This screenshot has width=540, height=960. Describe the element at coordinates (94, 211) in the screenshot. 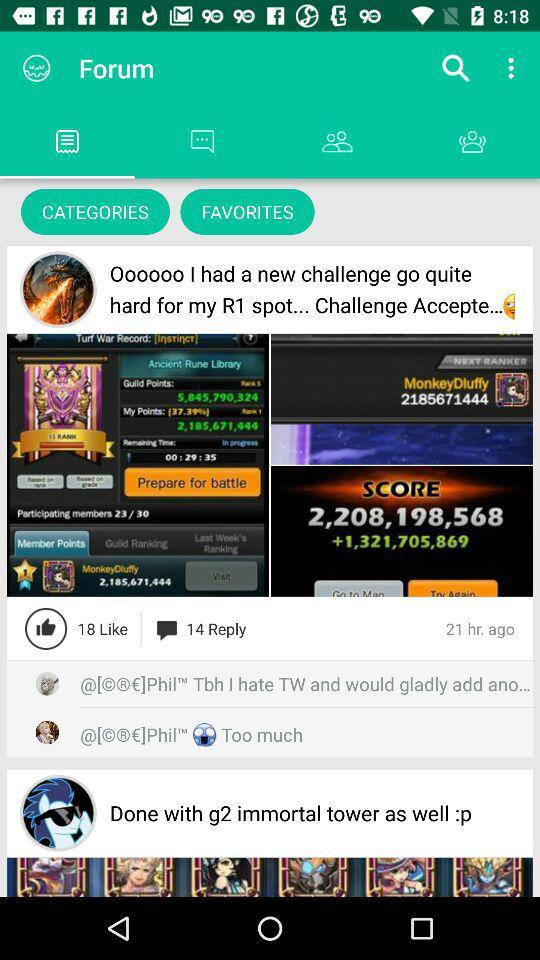

I see `item next to favorites item` at that location.